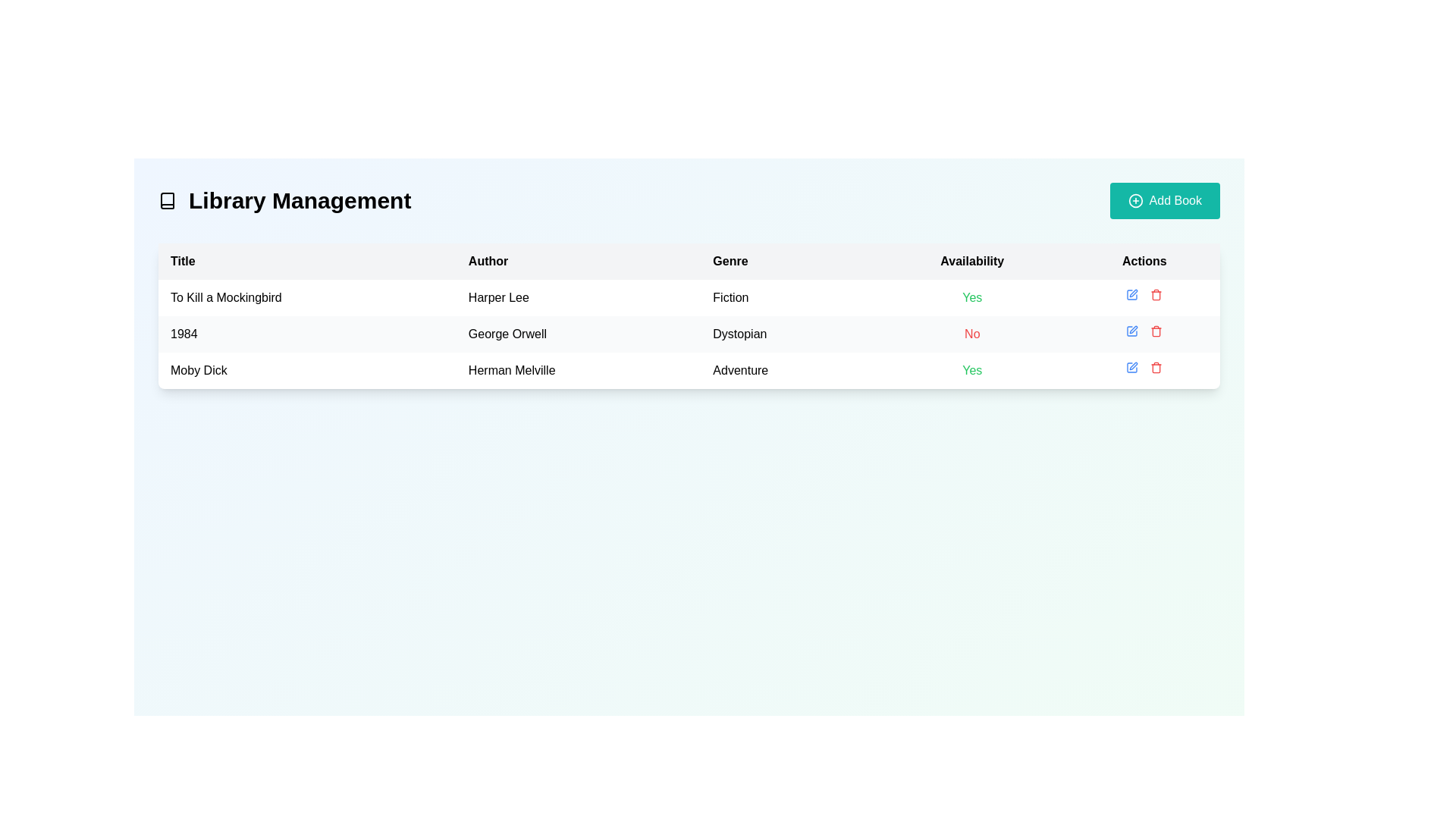 This screenshot has height=819, width=1456. What do you see at coordinates (1156, 330) in the screenshot?
I see `the delete icon located in the actions column of the second row of the table` at bounding box center [1156, 330].